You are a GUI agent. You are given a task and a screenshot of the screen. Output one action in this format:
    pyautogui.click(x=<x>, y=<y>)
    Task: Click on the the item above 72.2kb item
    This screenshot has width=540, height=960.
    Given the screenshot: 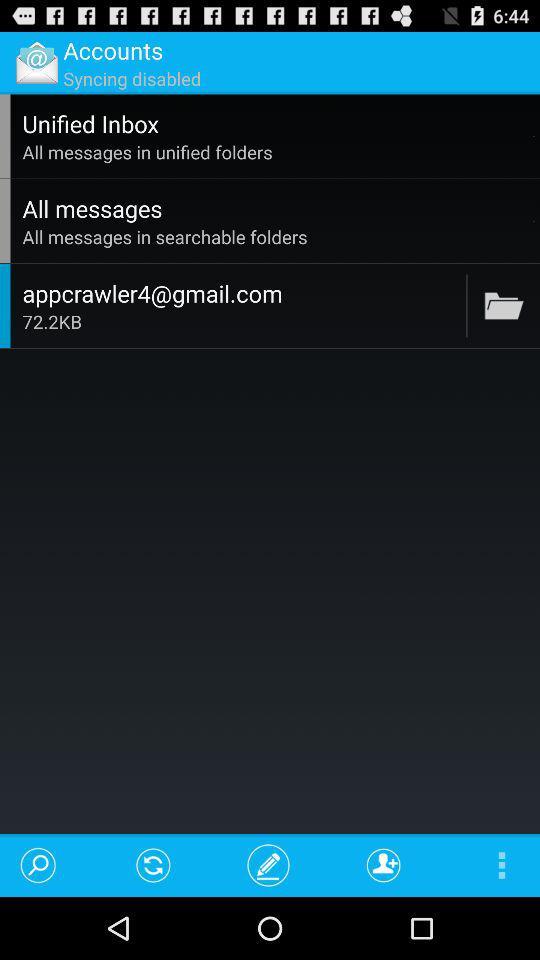 What is the action you would take?
    pyautogui.click(x=241, y=292)
    